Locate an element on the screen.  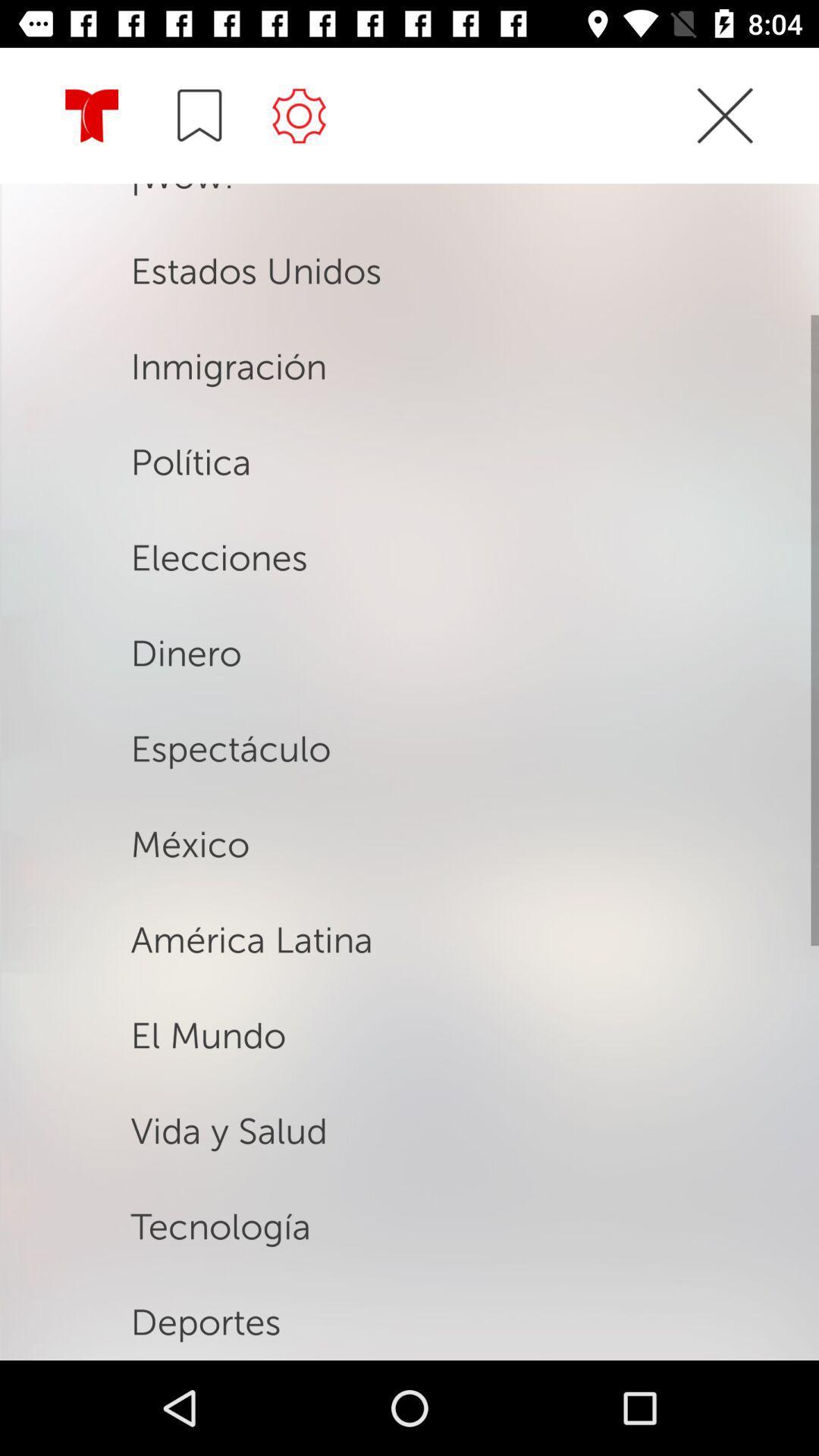
the star icon is located at coordinates (92, 116).